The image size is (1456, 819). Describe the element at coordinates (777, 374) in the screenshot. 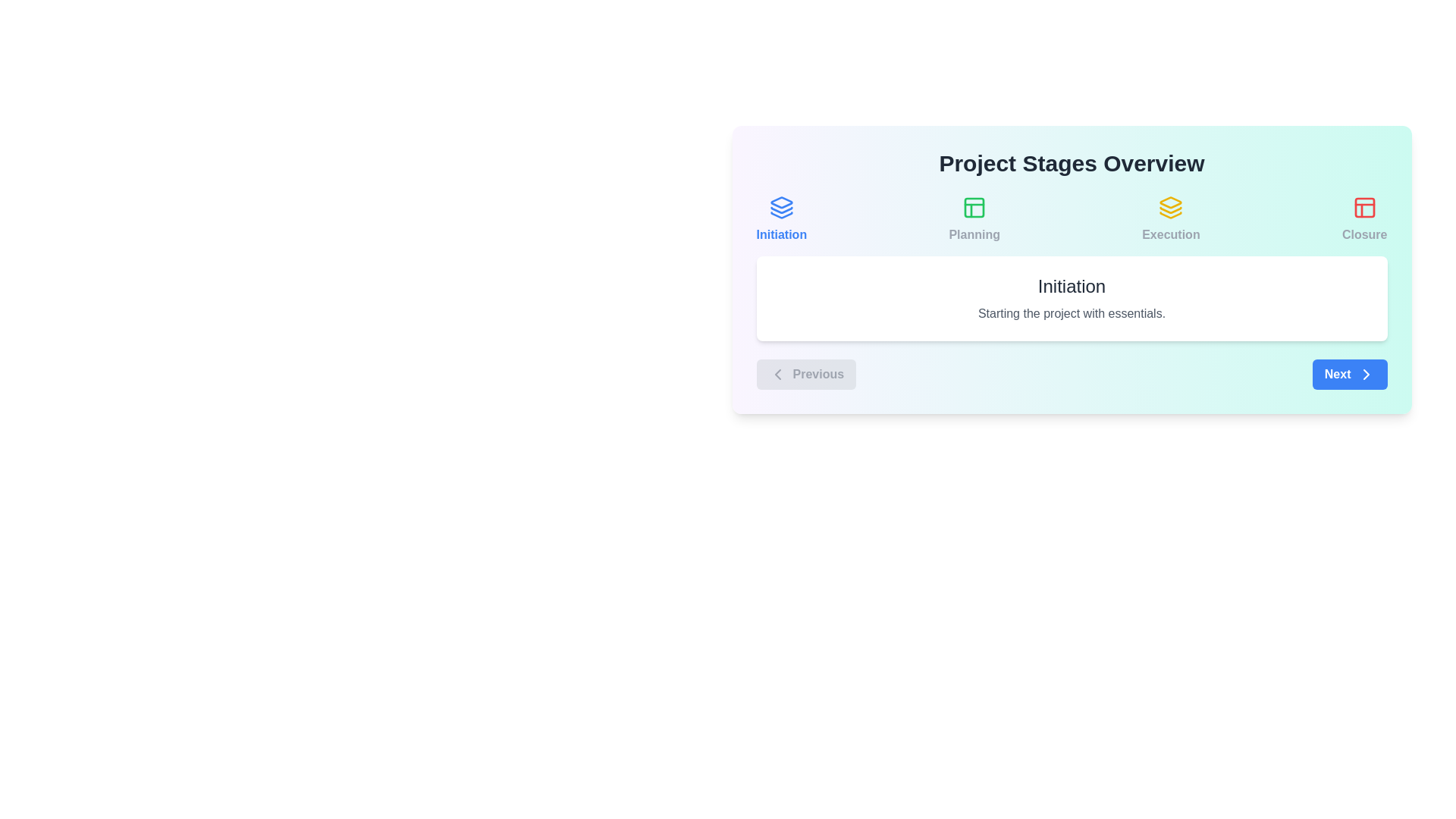

I see `the leftward-pointing chevron arrow icon located in the 'Previous' button area at the bottom-left corner of the card component` at that location.